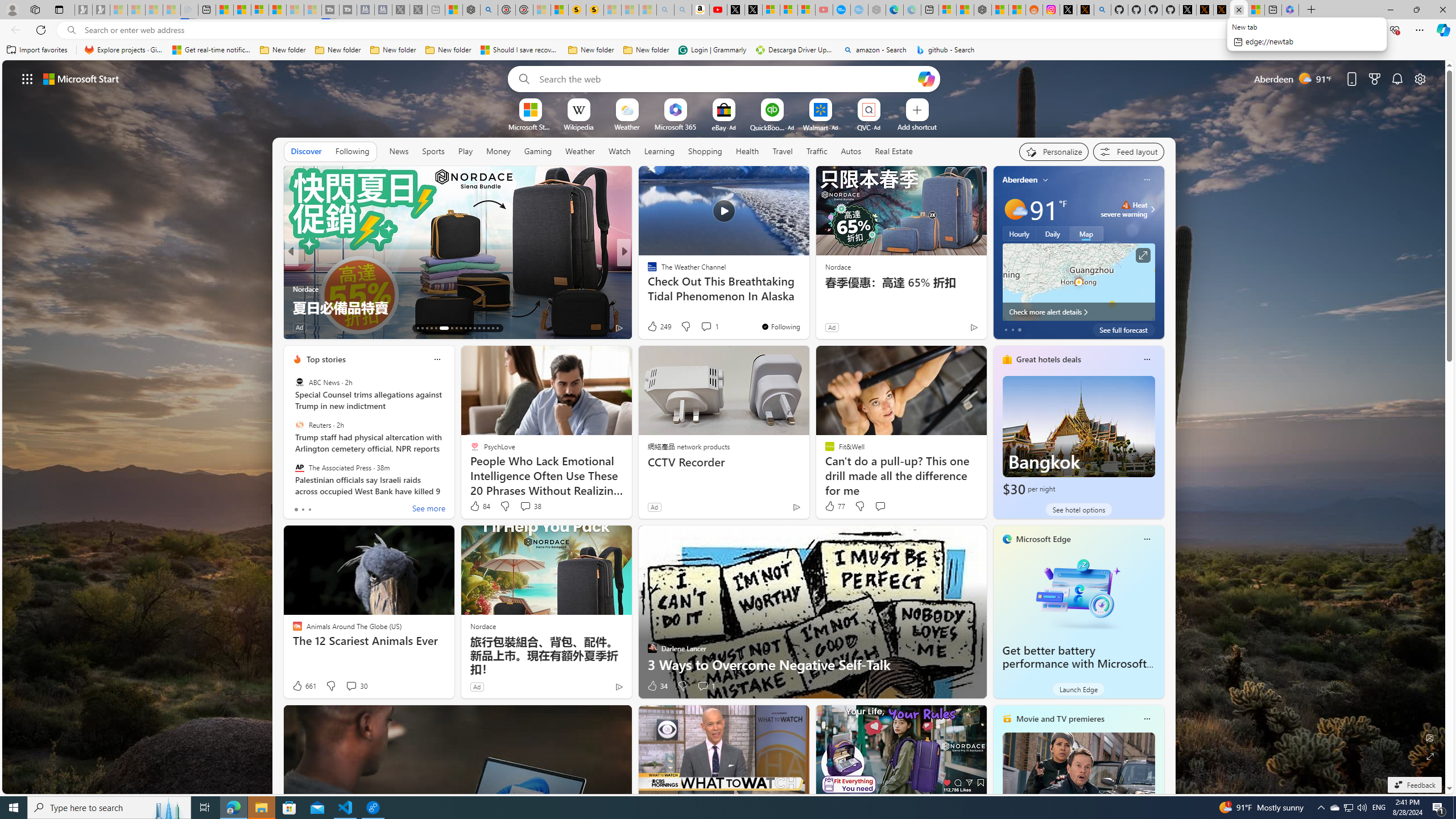 The image size is (1456, 819). Describe the element at coordinates (746, 150) in the screenshot. I see `'Health'` at that location.